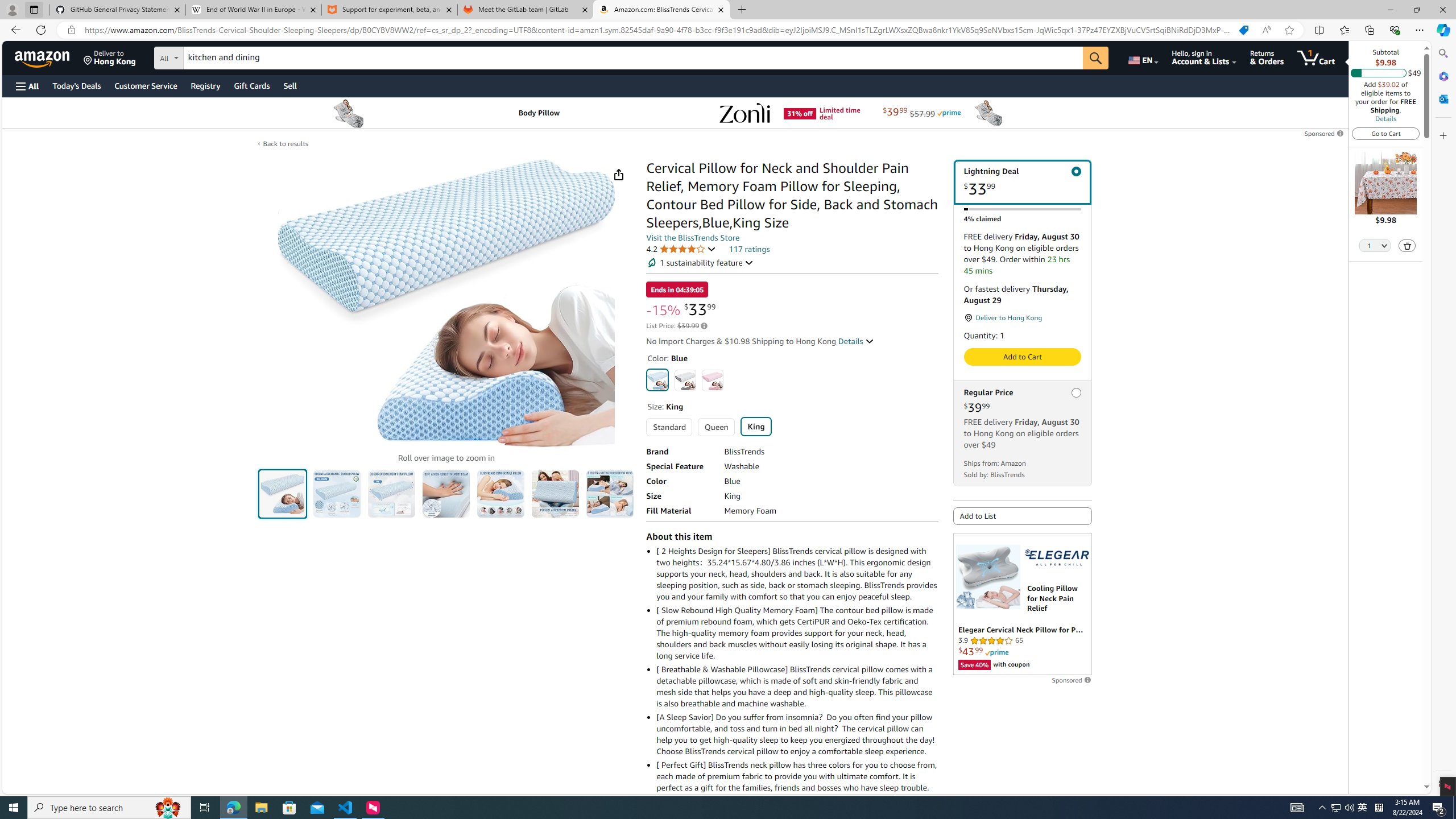  What do you see at coordinates (1022, 357) in the screenshot?
I see `'Add to Cart'` at bounding box center [1022, 357].